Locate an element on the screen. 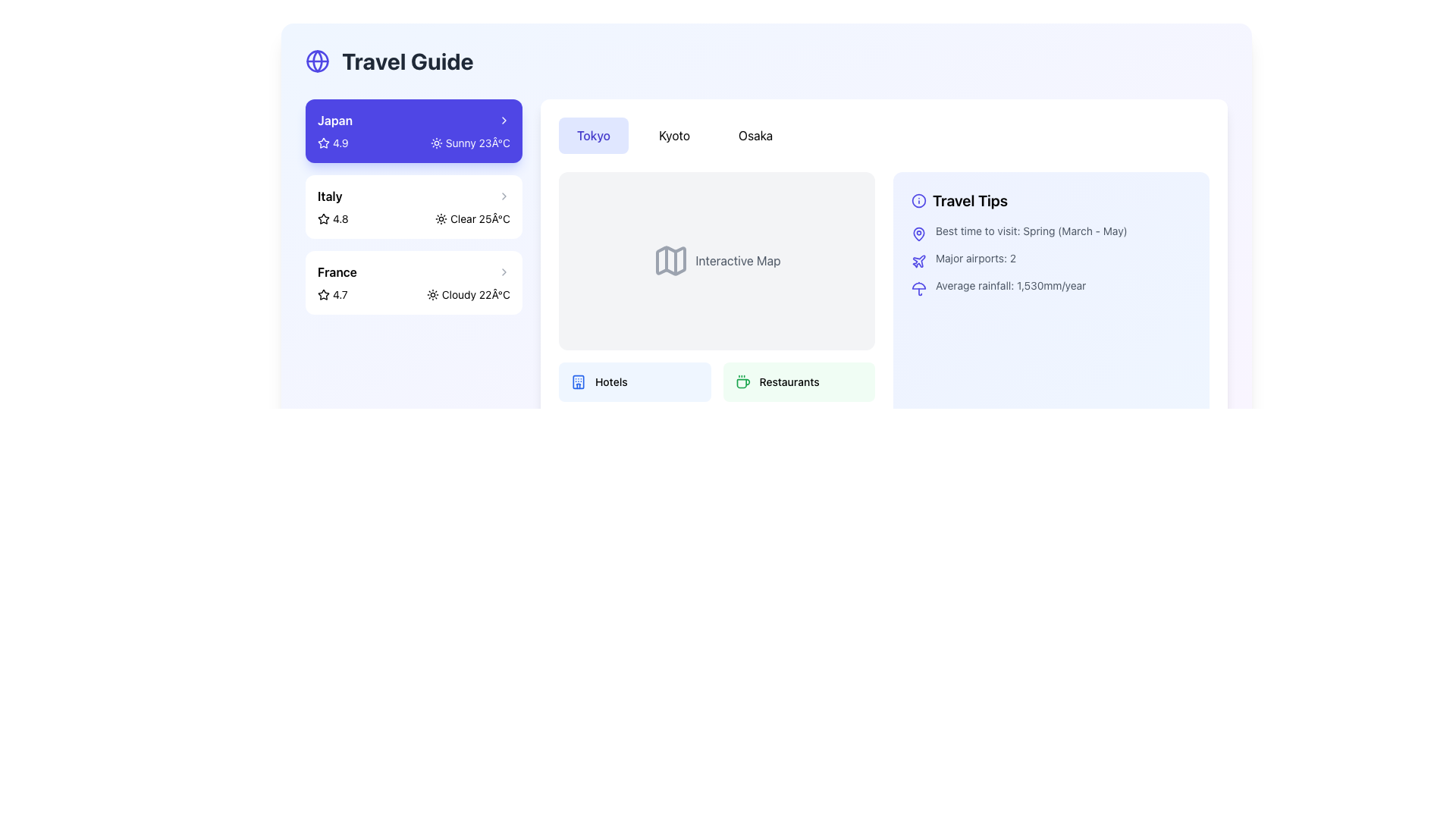 This screenshot has height=819, width=1456. the text label displaying the numeric value '4.9' located next to the star icon in the left-hand panel for Japan is located at coordinates (332, 143).